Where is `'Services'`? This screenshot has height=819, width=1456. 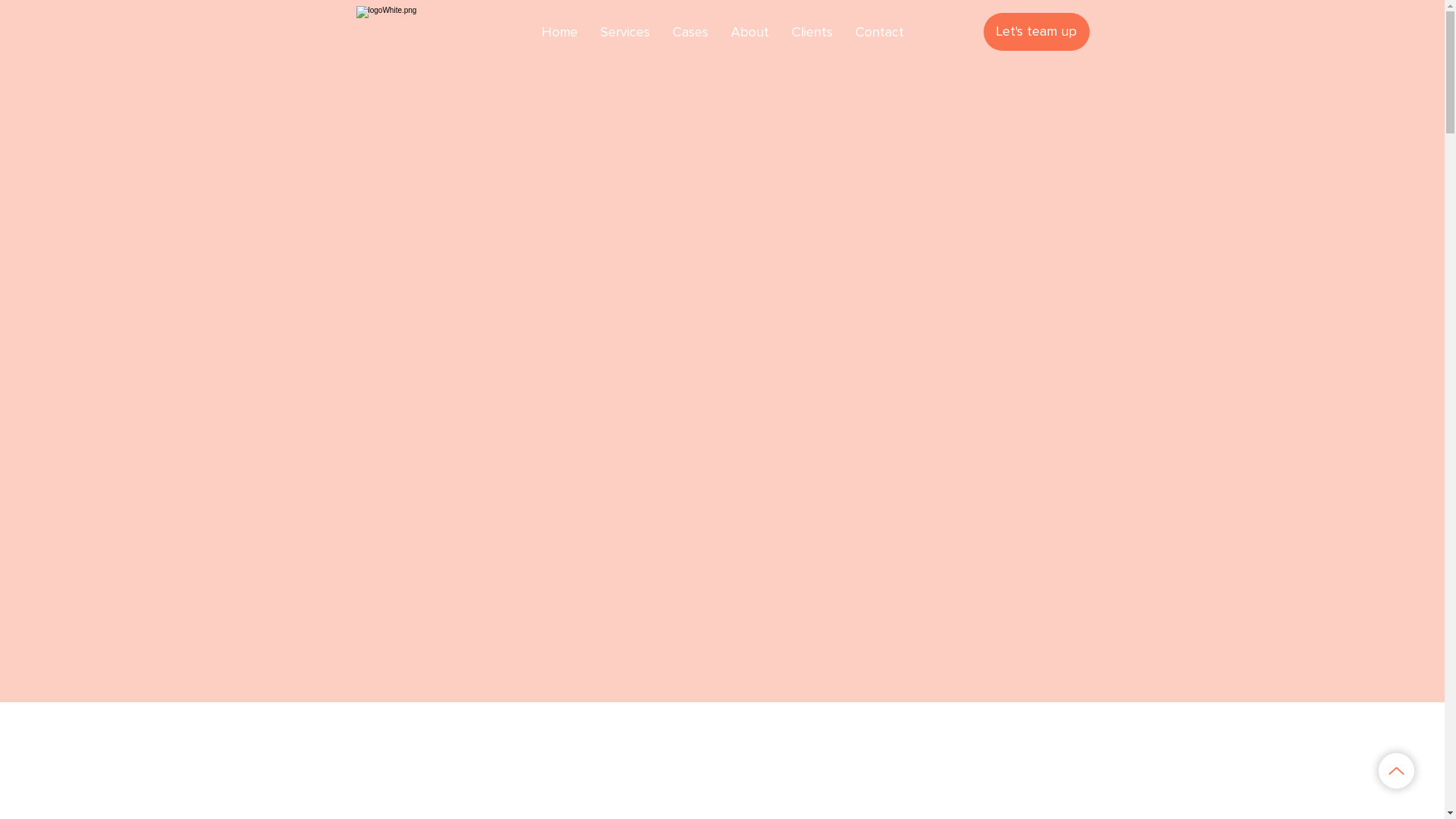
'Services' is located at coordinates (624, 32).